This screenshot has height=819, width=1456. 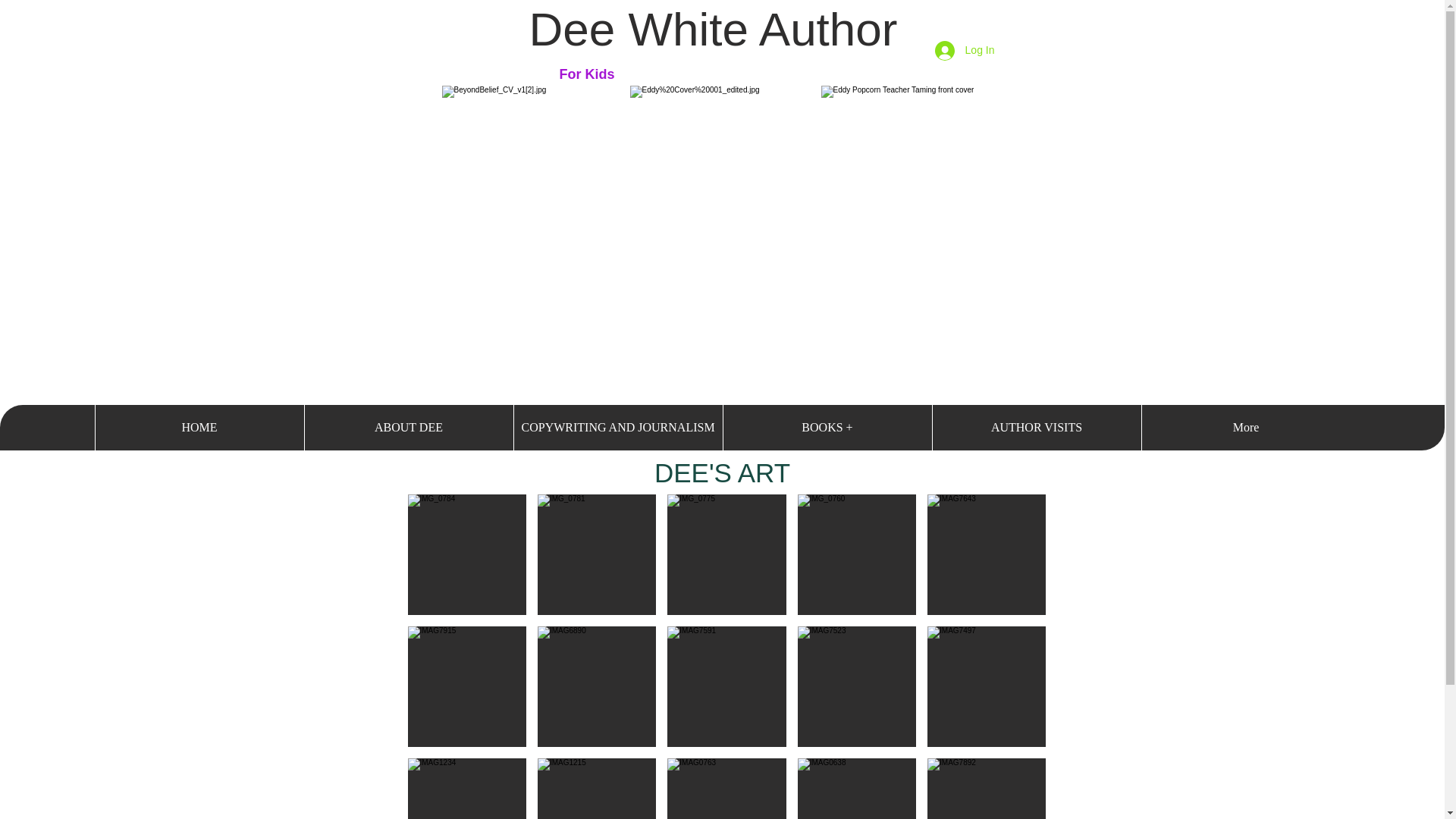 I want to click on 'Dee White Author', so click(x=712, y=29).